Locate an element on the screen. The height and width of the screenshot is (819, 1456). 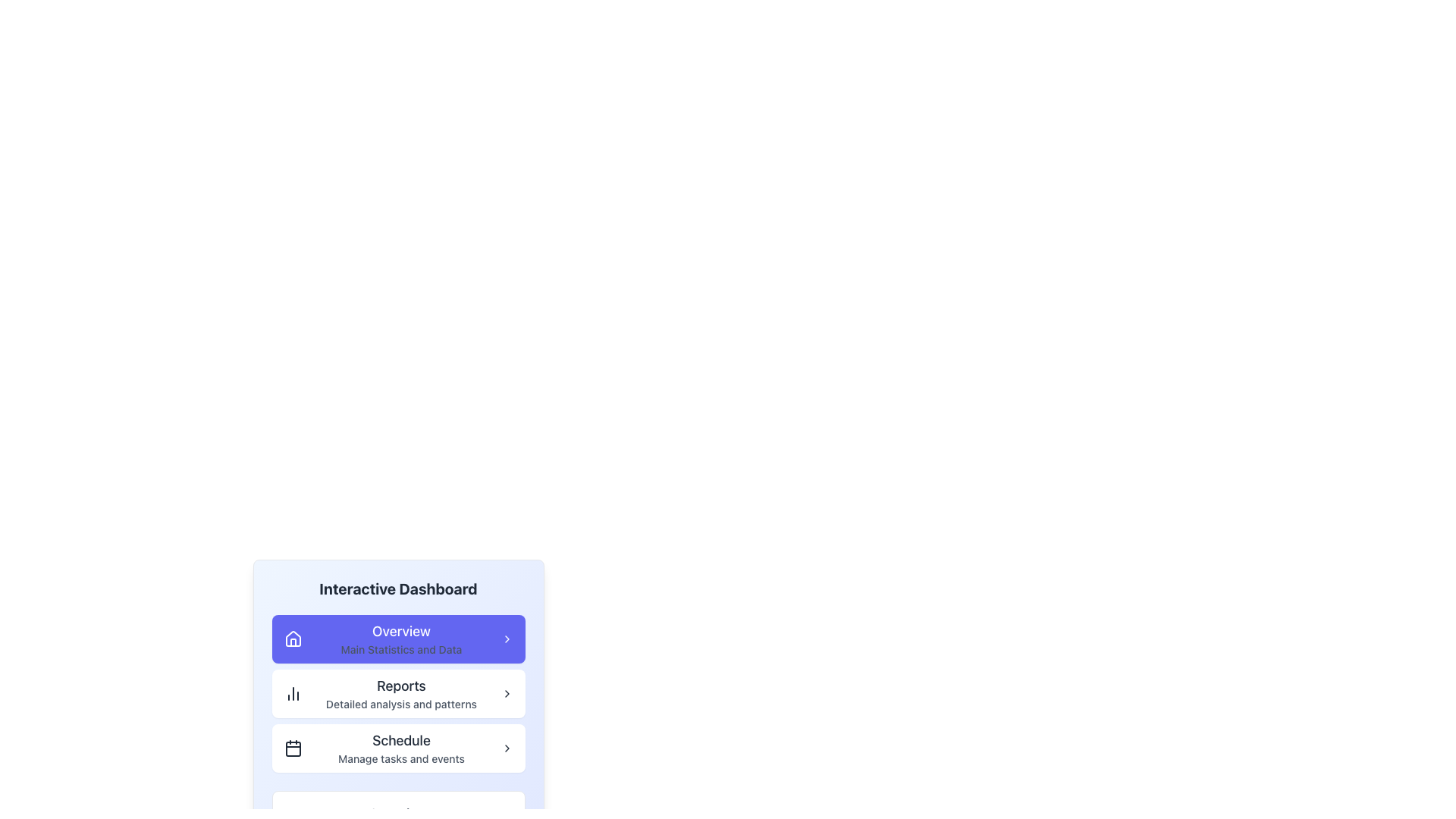
the topmost text label within the button component in the navigation panel is located at coordinates (401, 632).